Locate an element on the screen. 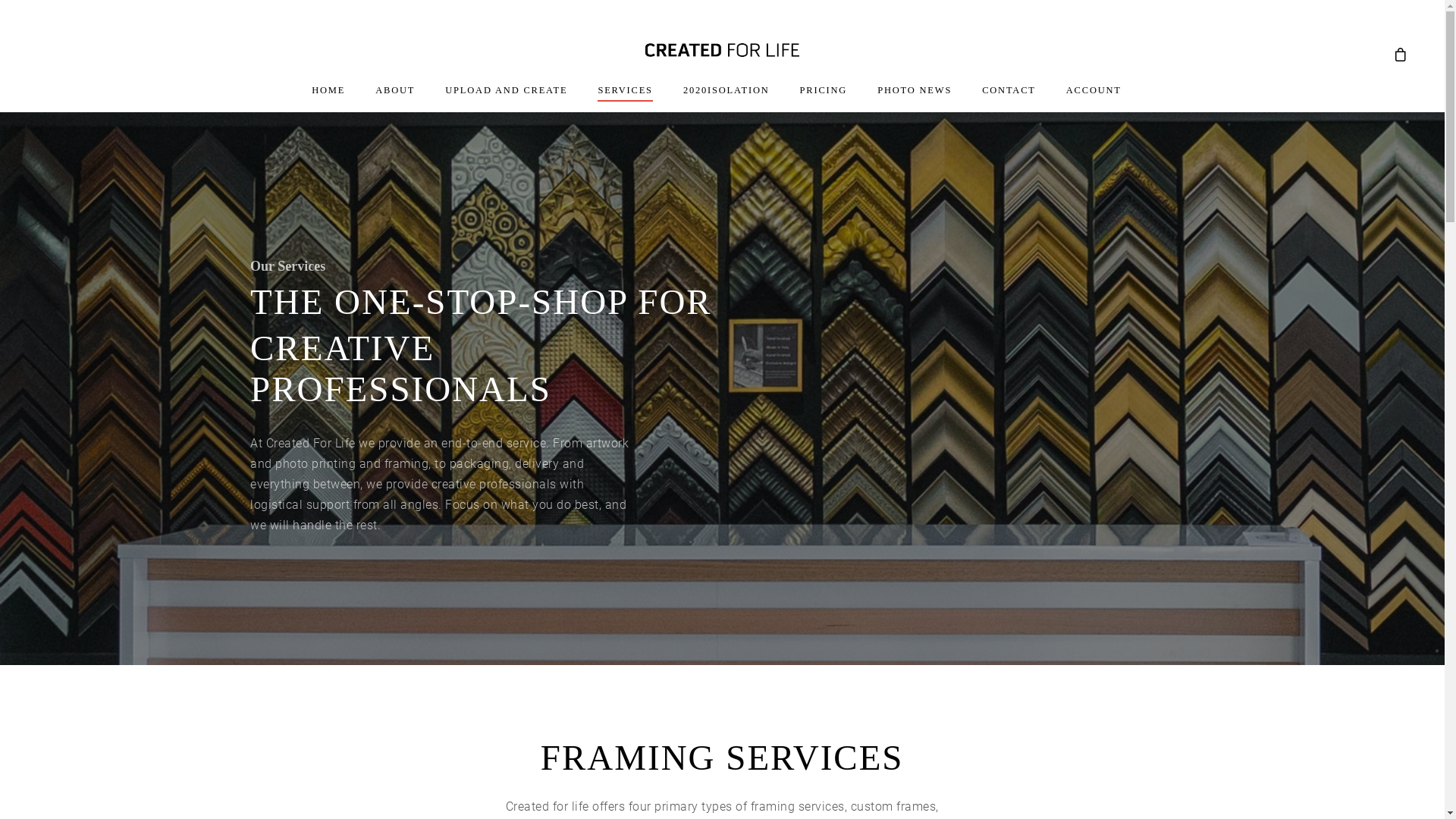 The image size is (1456, 819). 'ACCOUNT' is located at coordinates (1094, 98).